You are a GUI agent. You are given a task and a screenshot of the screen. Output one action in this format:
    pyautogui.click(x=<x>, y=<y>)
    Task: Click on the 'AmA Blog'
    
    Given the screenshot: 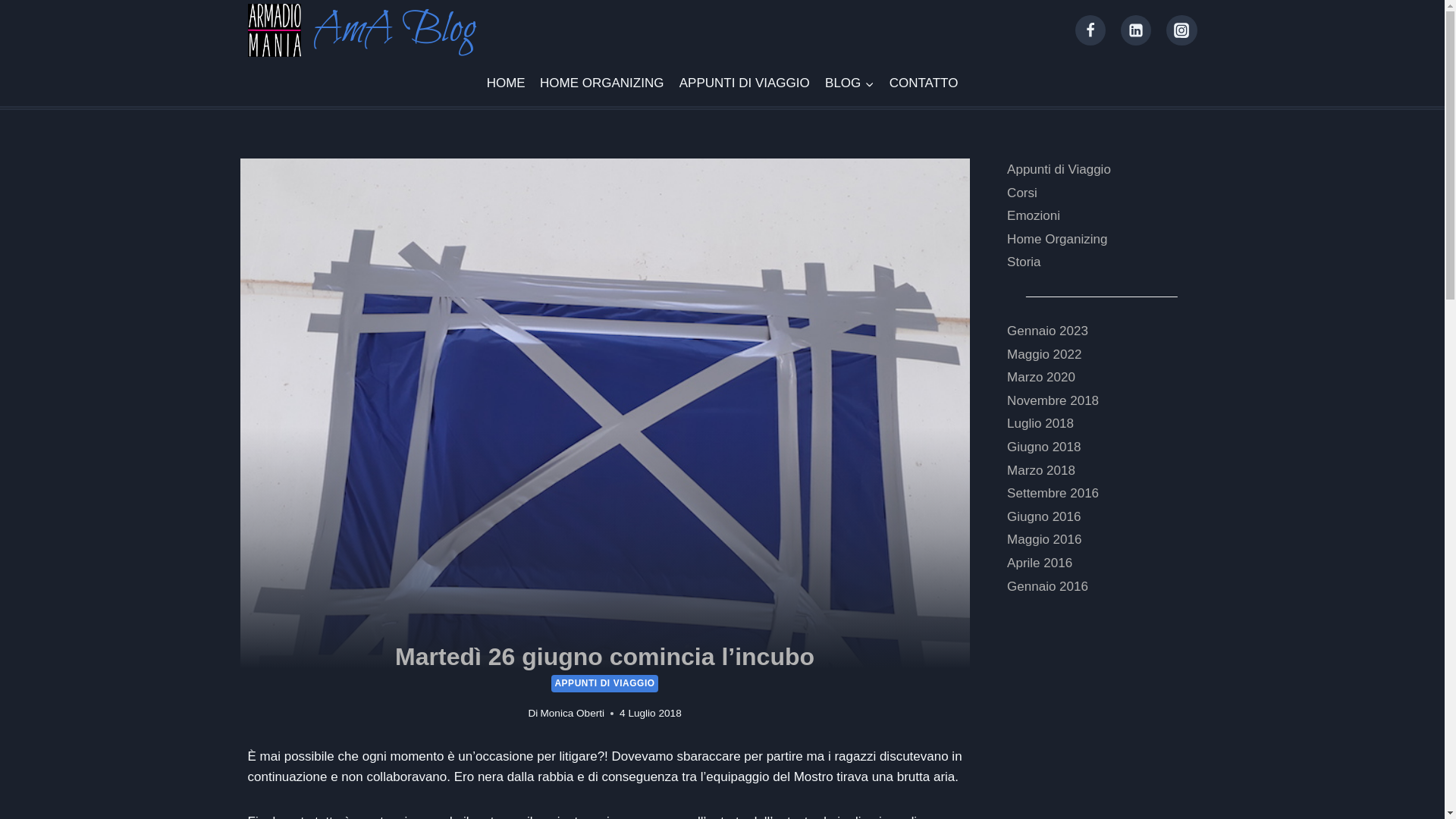 What is the action you would take?
    pyautogui.click(x=360, y=30)
    